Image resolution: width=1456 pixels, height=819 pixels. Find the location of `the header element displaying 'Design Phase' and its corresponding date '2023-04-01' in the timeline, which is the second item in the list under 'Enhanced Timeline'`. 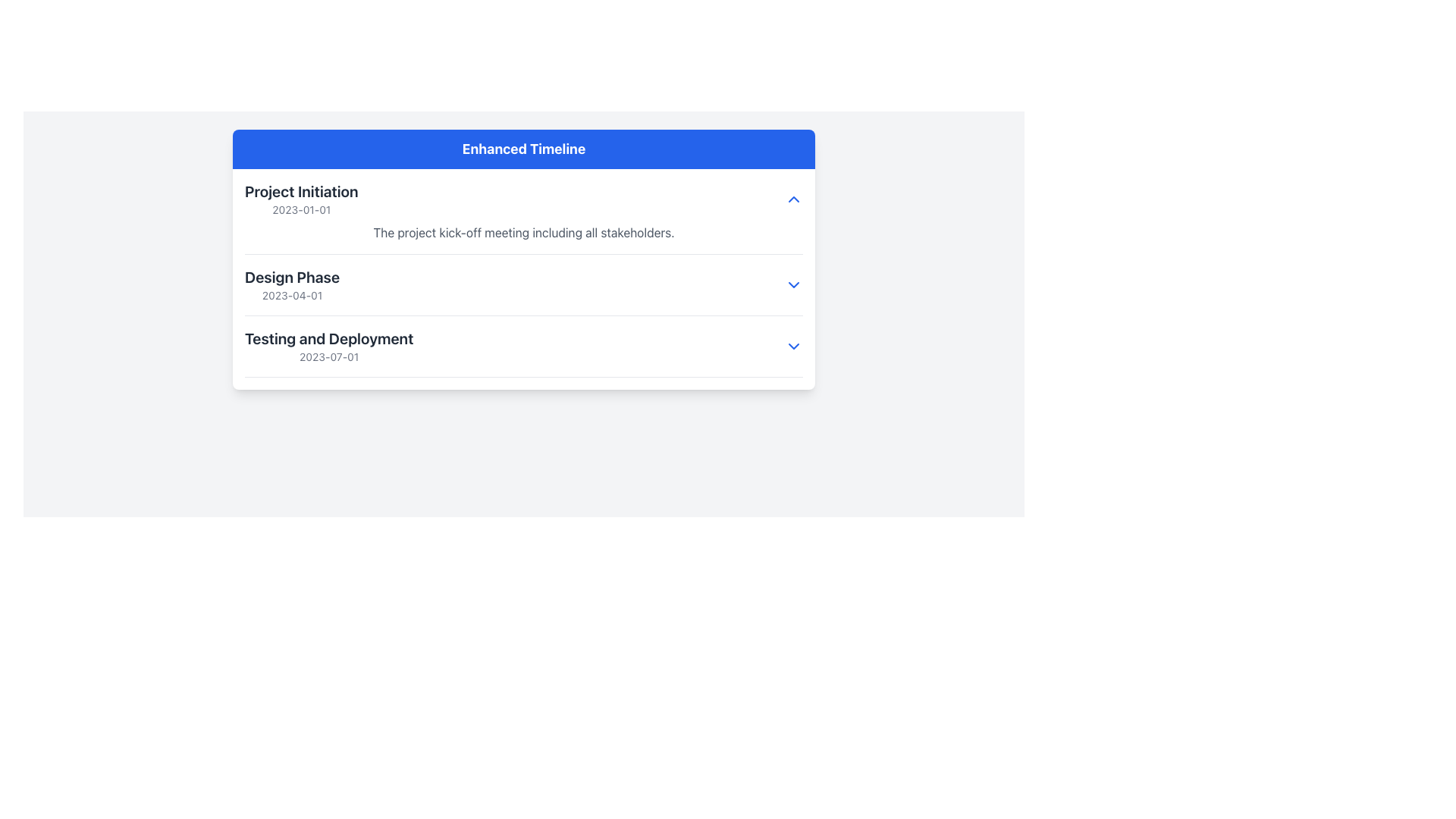

the header element displaying 'Design Phase' and its corresponding date '2023-04-01' in the timeline, which is the second item in the list under 'Enhanced Timeline' is located at coordinates (292, 284).